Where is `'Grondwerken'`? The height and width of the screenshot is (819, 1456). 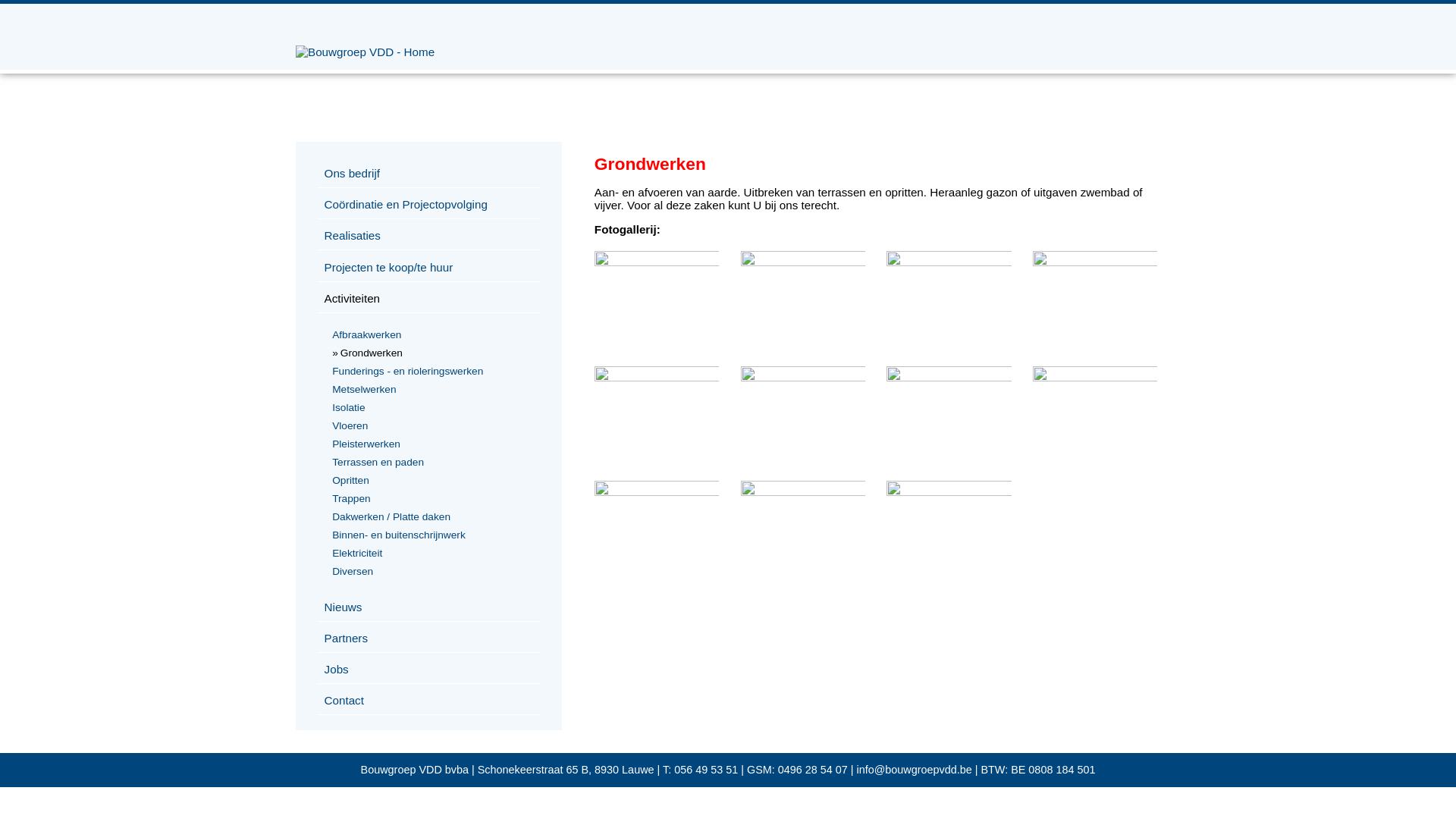
'Grondwerken' is located at coordinates (656, 491).